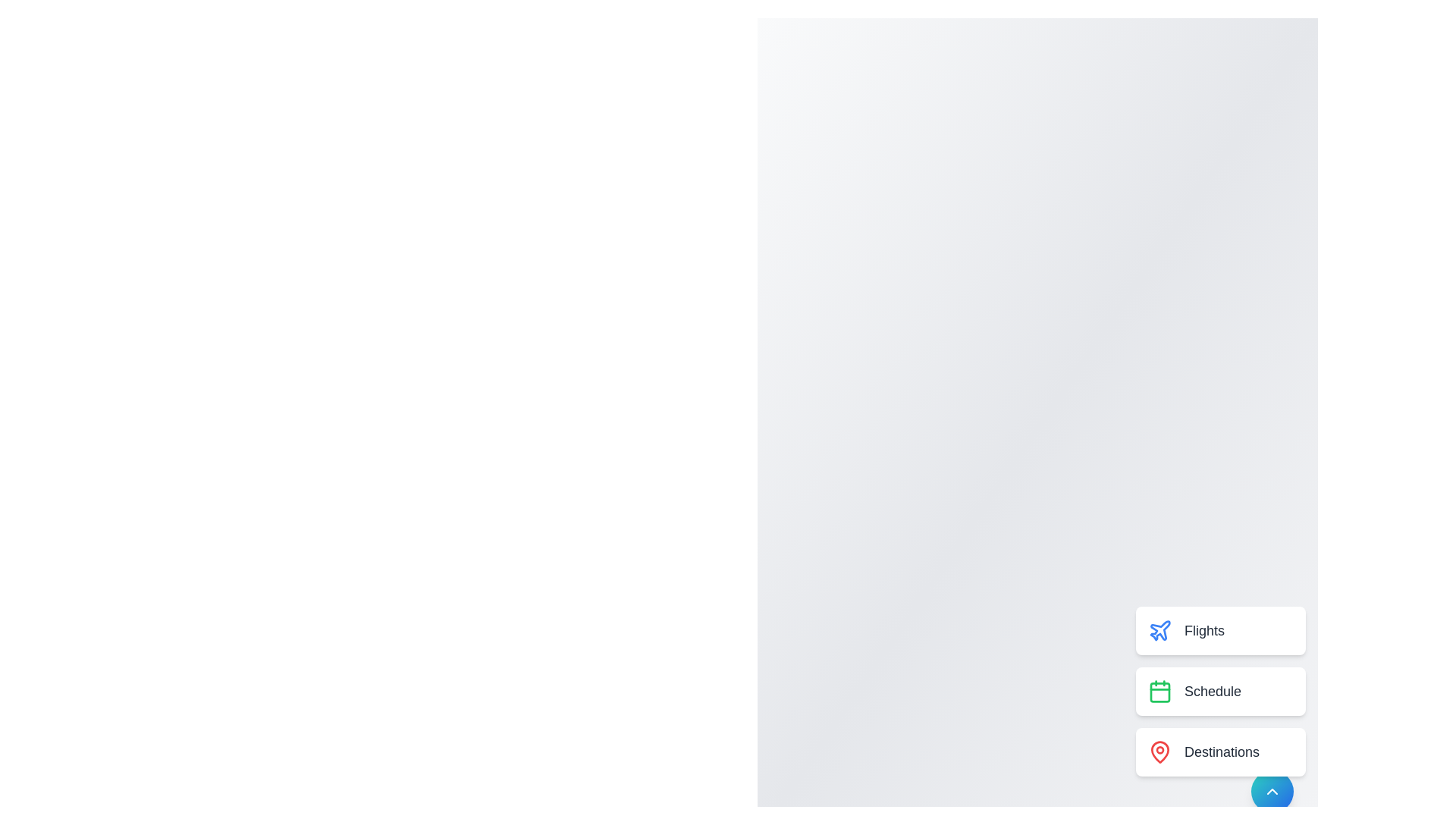 This screenshot has height=819, width=1456. Describe the element at coordinates (1272, 791) in the screenshot. I see `button at the bottom-right corner of the screen to toggle the Speed Dial menu` at that location.